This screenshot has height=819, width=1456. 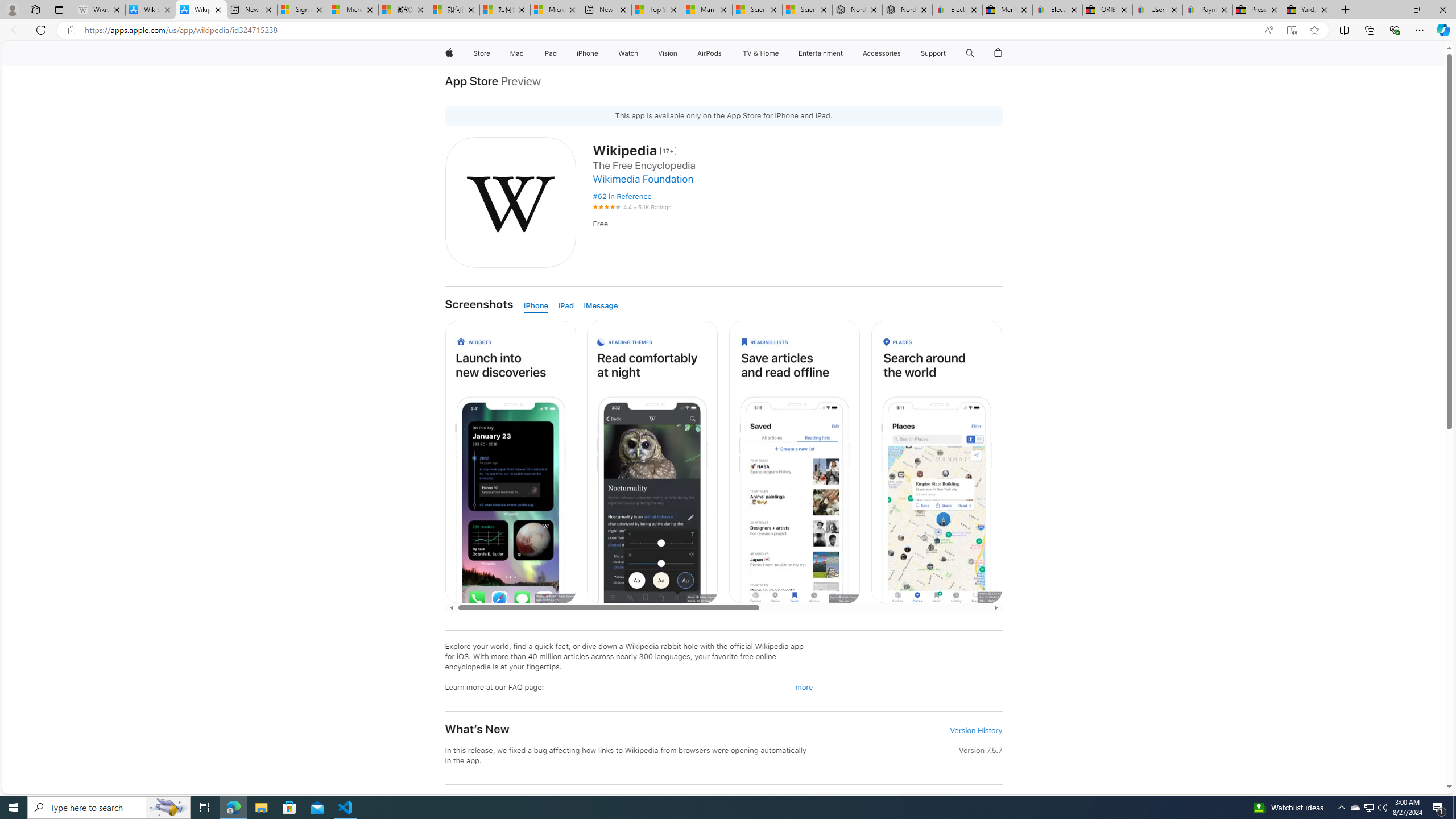 What do you see at coordinates (970, 53) in the screenshot?
I see `'Search apple.com'` at bounding box center [970, 53].